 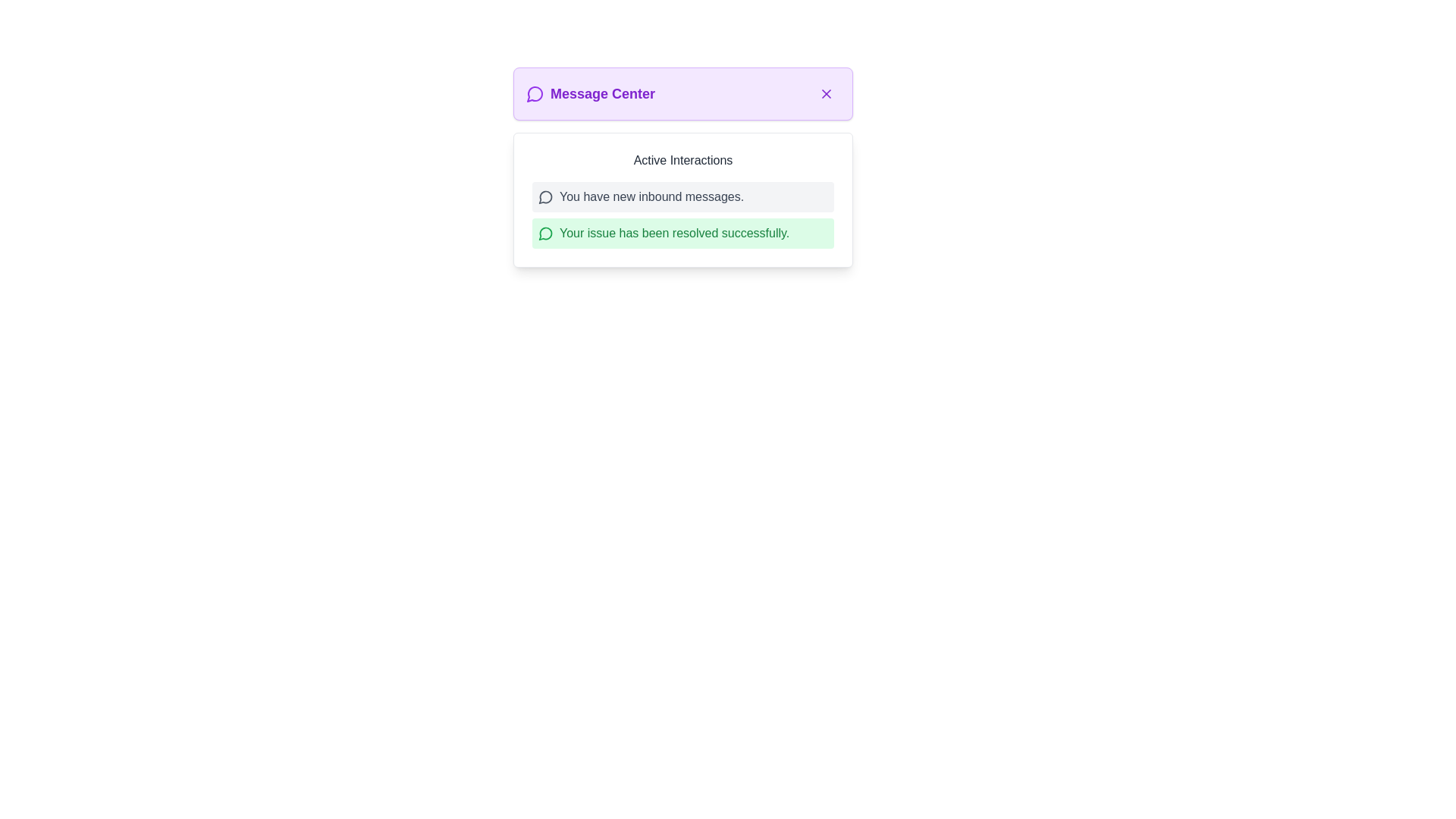 What do you see at coordinates (545, 196) in the screenshot?
I see `the messaging icon located near the top-left corner of the 'Message Center' pop-up` at bounding box center [545, 196].